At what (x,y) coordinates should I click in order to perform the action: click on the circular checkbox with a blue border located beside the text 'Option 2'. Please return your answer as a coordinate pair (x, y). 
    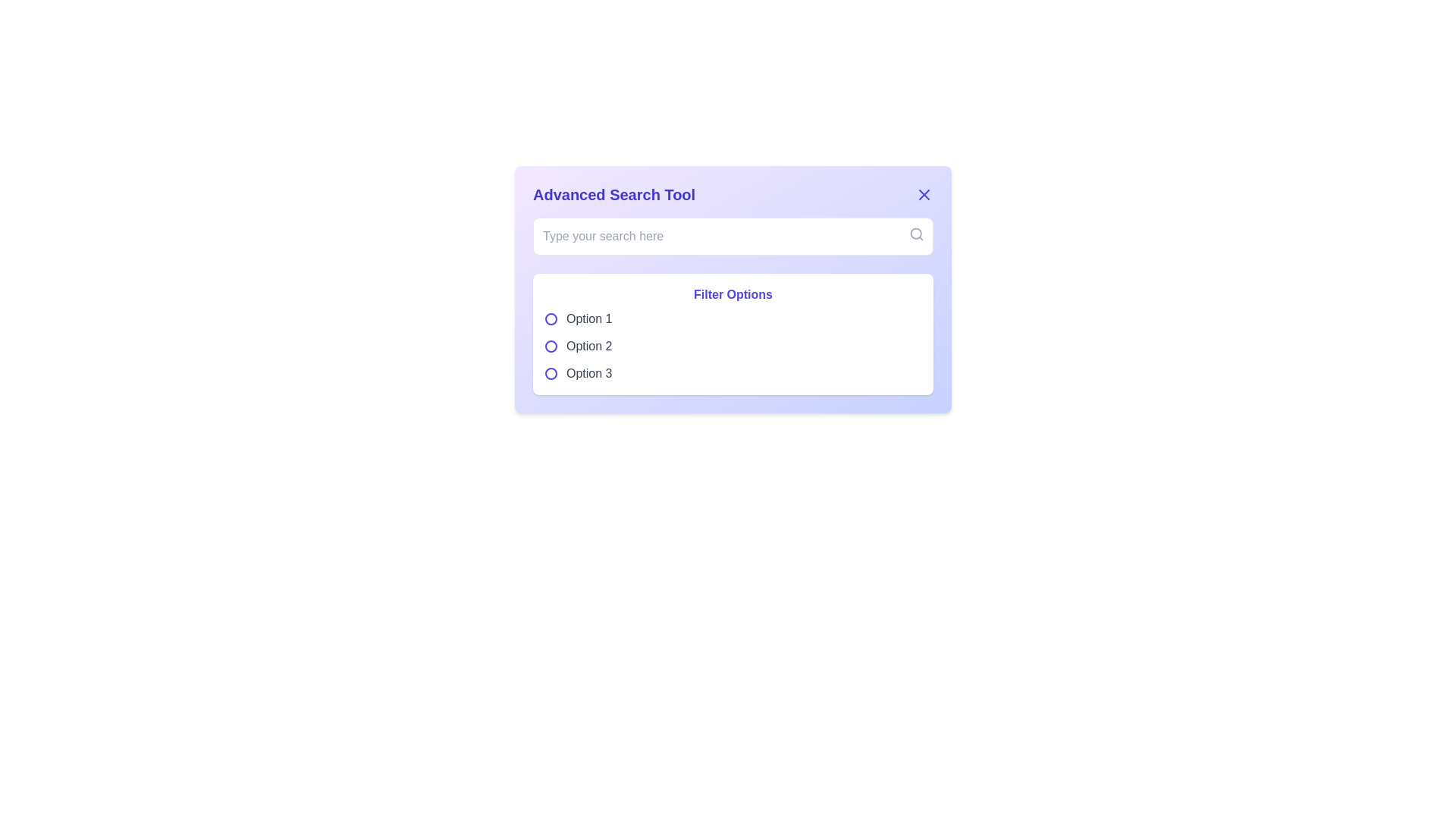
    Looking at the image, I should click on (550, 346).